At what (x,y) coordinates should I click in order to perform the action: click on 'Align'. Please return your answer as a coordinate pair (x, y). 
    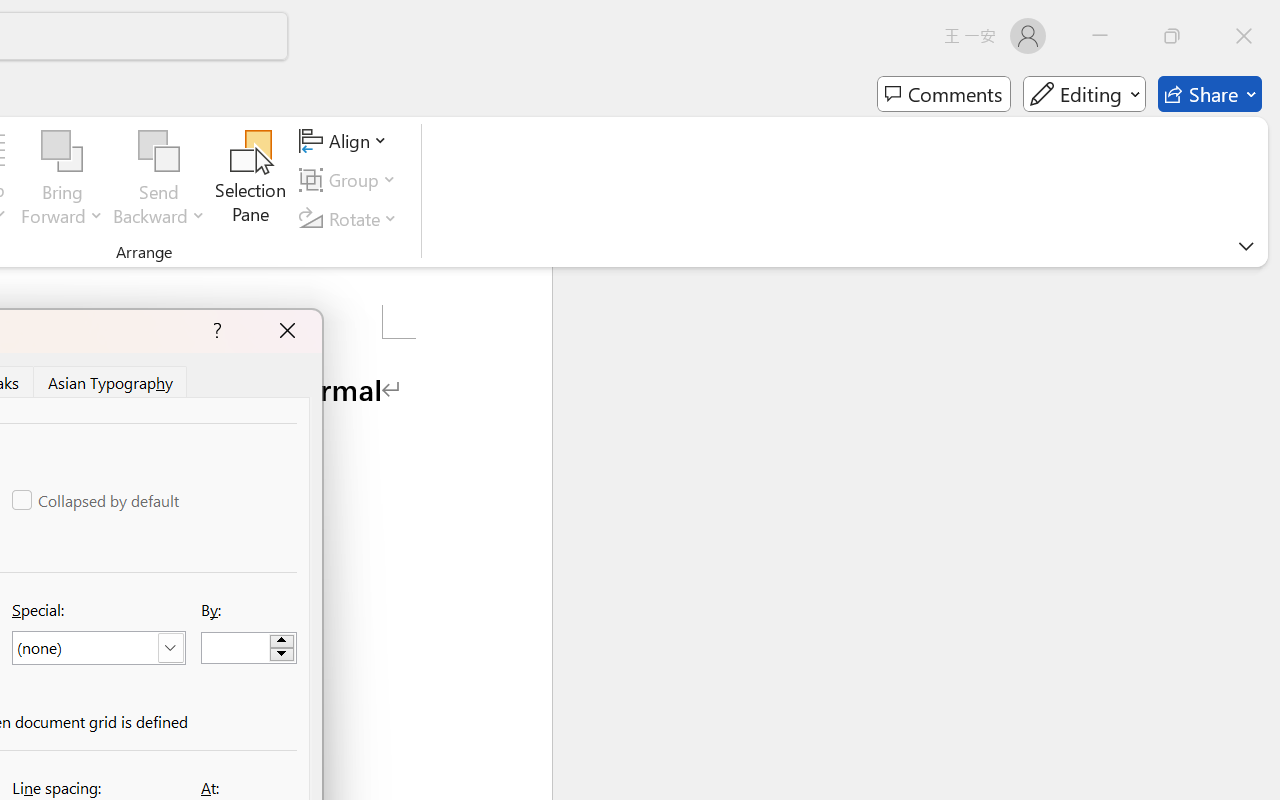
    Looking at the image, I should click on (346, 141).